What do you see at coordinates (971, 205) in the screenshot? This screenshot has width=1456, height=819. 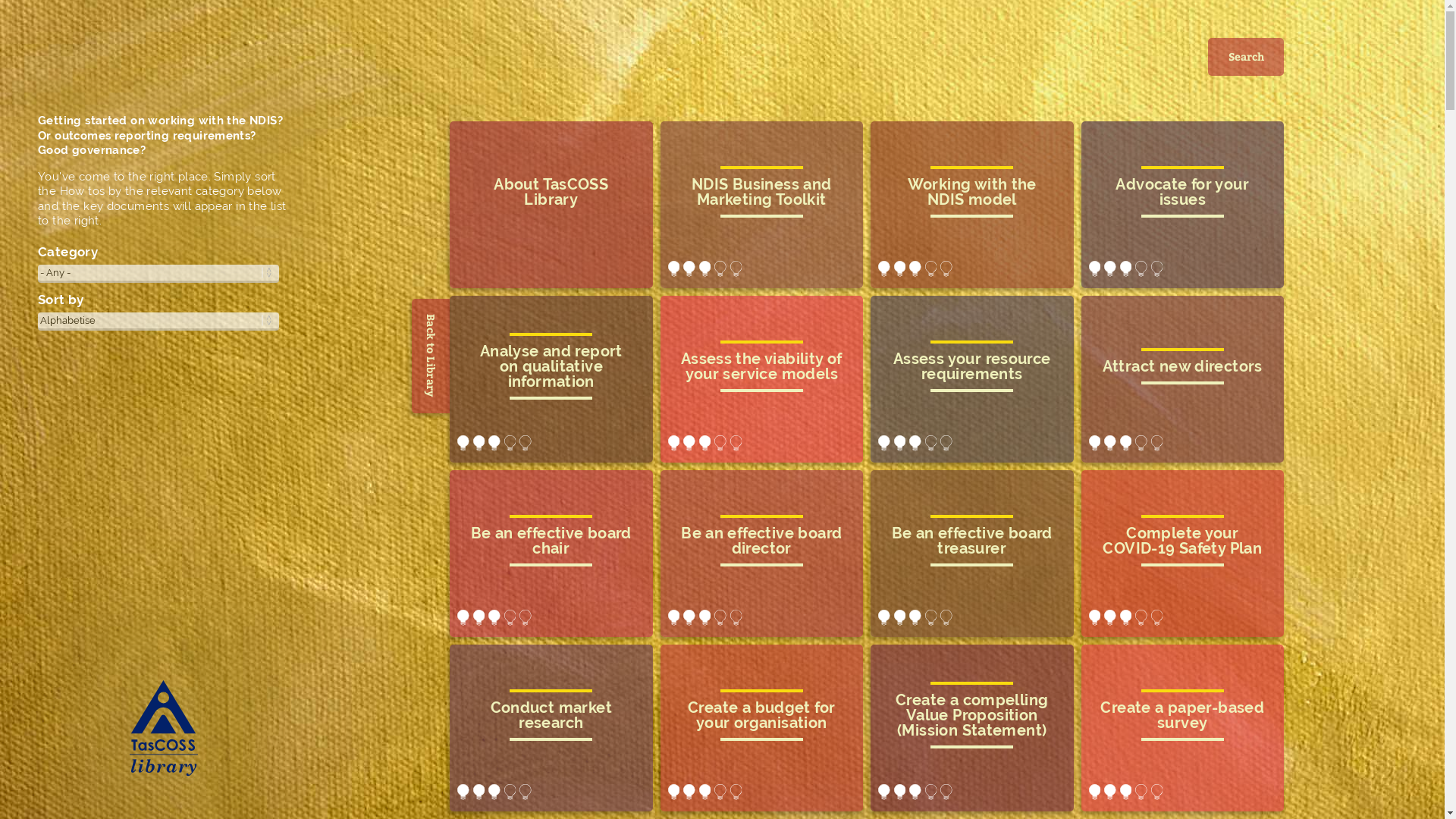 I see `'Working with the NDIS model'` at bounding box center [971, 205].